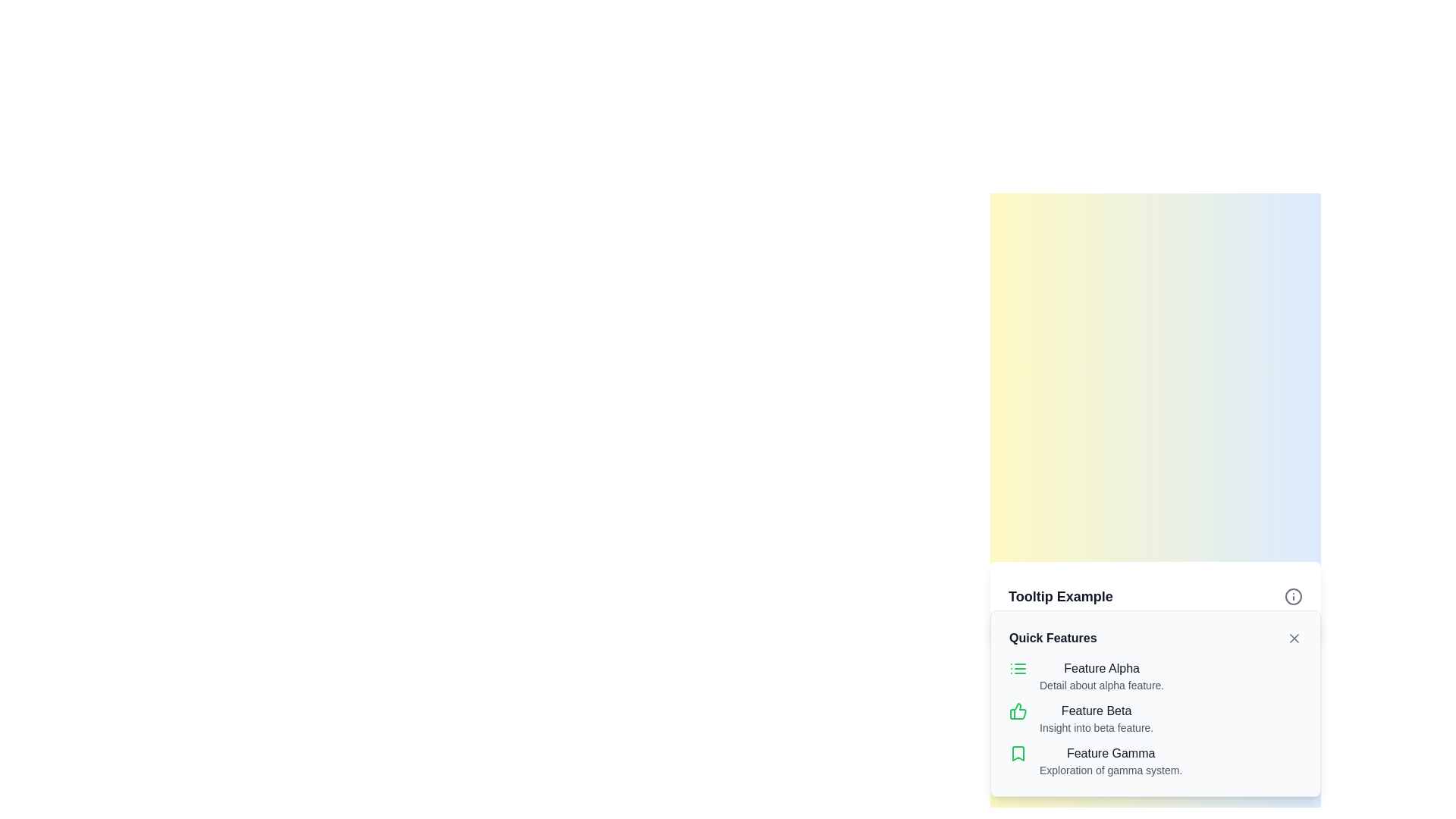  What do you see at coordinates (1111, 770) in the screenshot?
I see `the descriptive text label providing supplementary information about the 'Feature Gamma' functionality, located beneath the title text 'Feature Gamma' in the bottom-right section of the modal under 'Quick Features'` at bounding box center [1111, 770].